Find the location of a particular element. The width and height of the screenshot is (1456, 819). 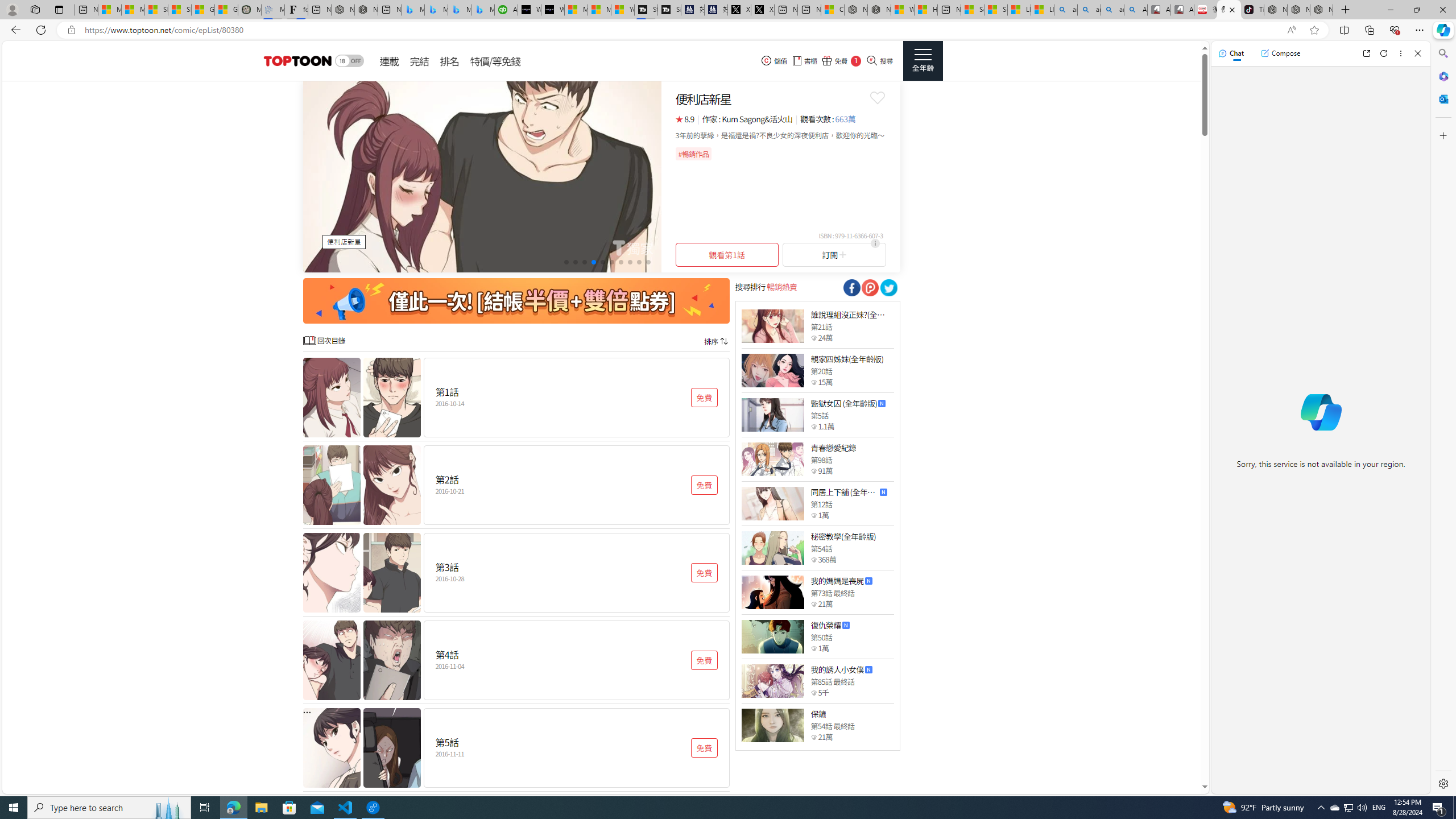

'Microsoft Bing Travel - Shangri-La Hotel Bangkok' is located at coordinates (482, 9).